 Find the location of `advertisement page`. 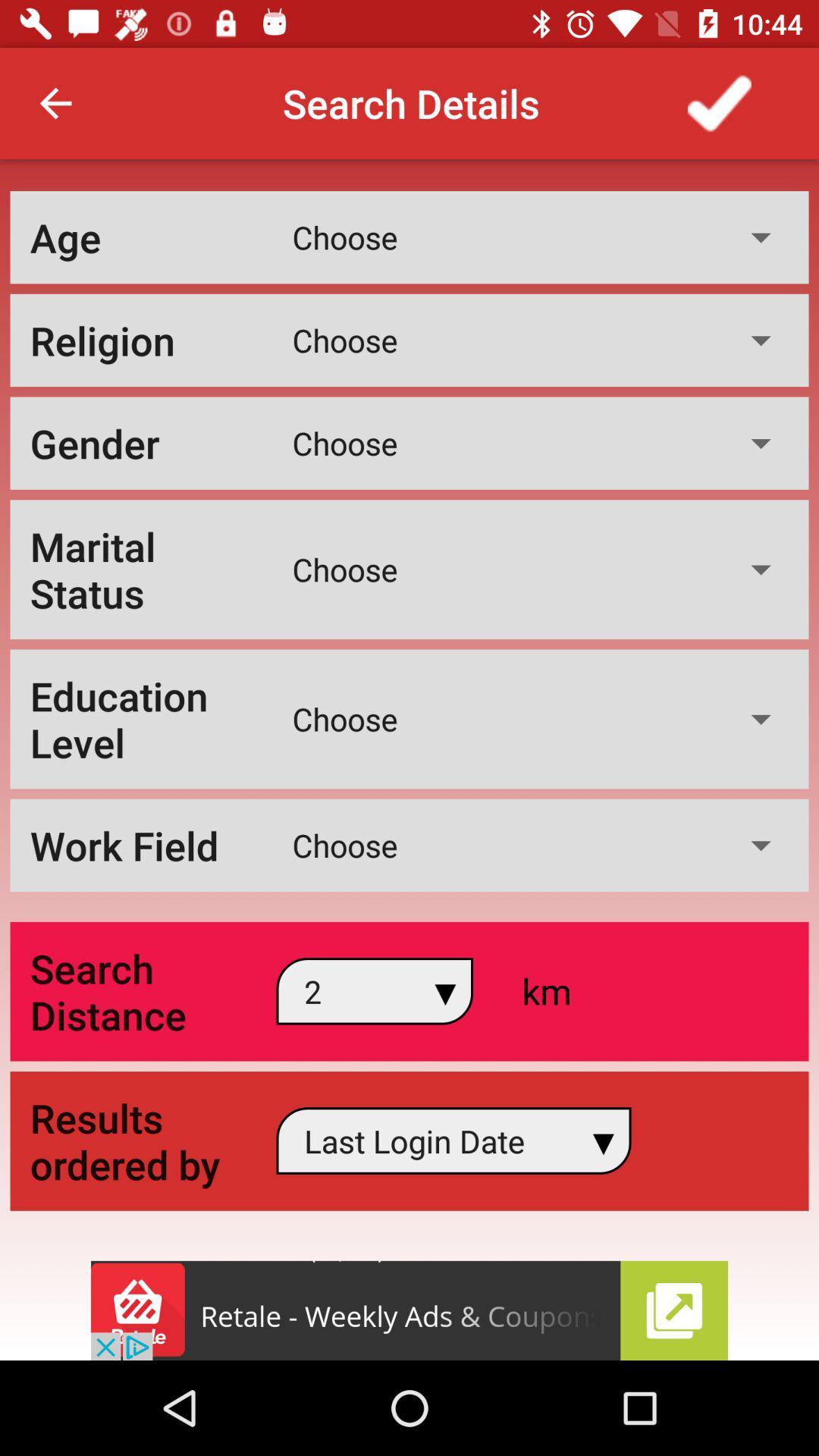

advertisement page is located at coordinates (409, 1310).